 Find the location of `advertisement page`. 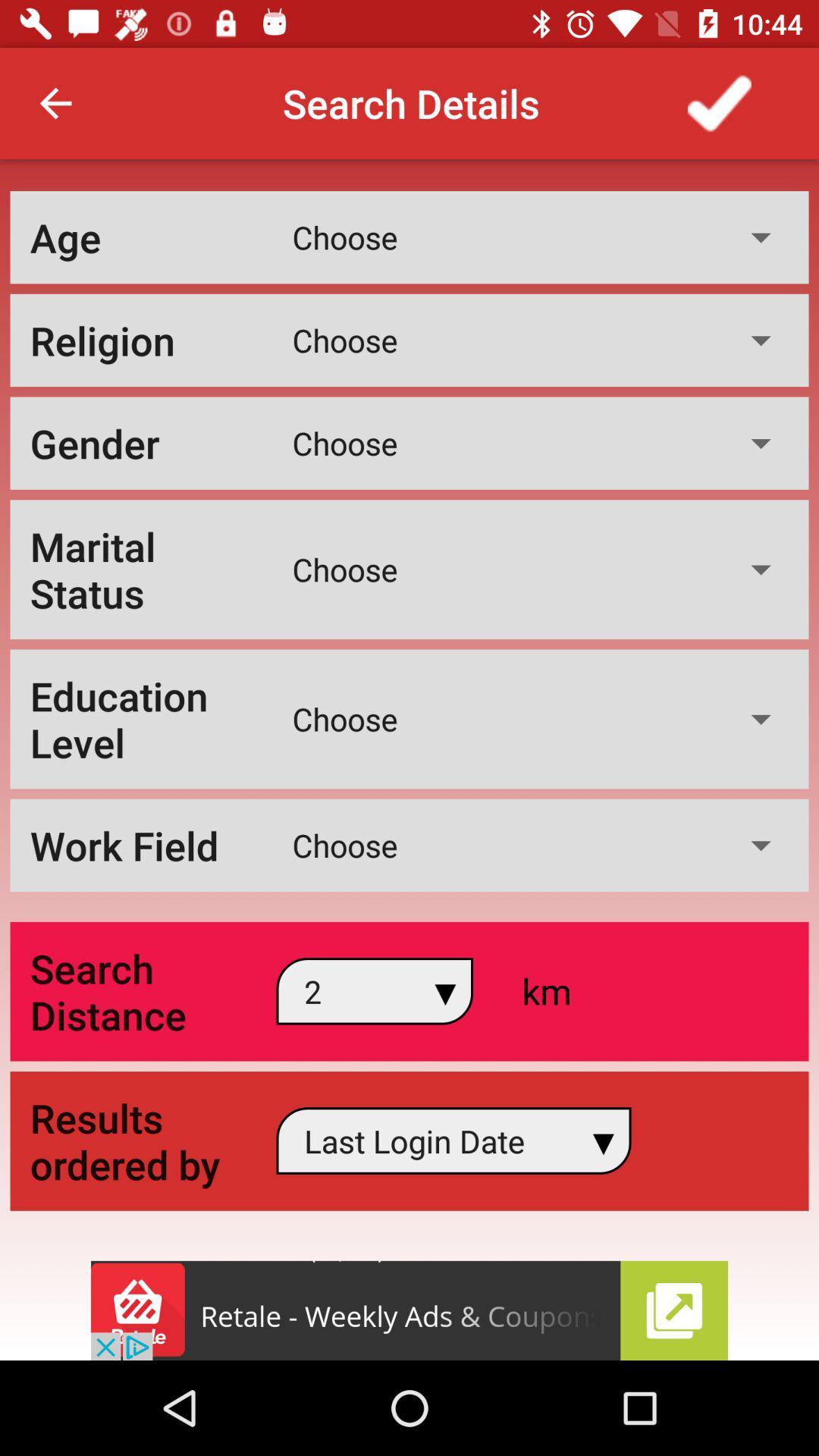

advertisement page is located at coordinates (409, 1310).